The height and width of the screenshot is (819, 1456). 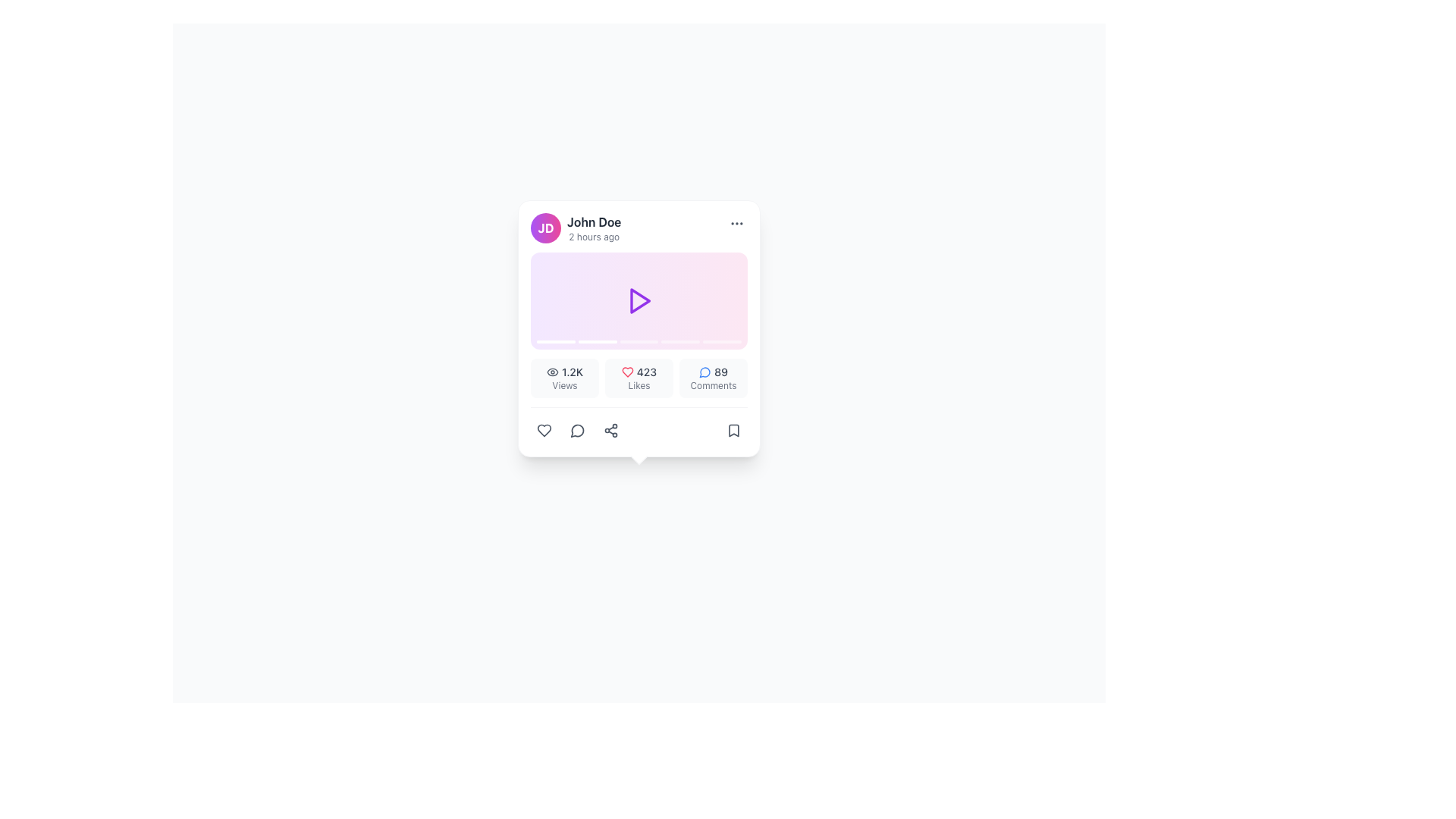 I want to click on the sharing action button, which is the third icon in a horizontal group of three icons below the main content of a card interface, so click(x=611, y=430).